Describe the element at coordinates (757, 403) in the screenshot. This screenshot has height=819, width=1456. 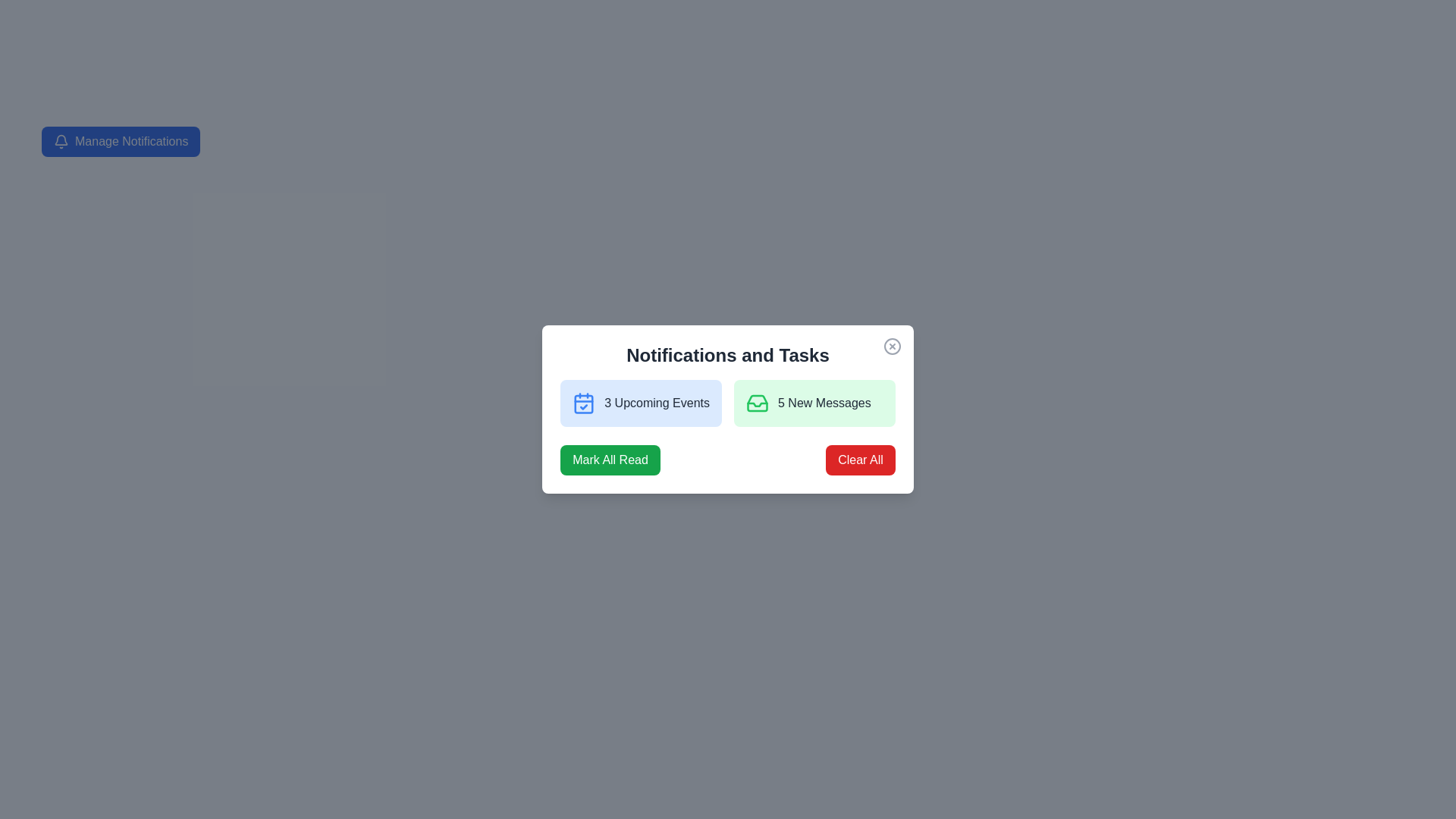
I see `the inbox icon with a green outline, which is located above the text label '5 New Messages'` at that location.